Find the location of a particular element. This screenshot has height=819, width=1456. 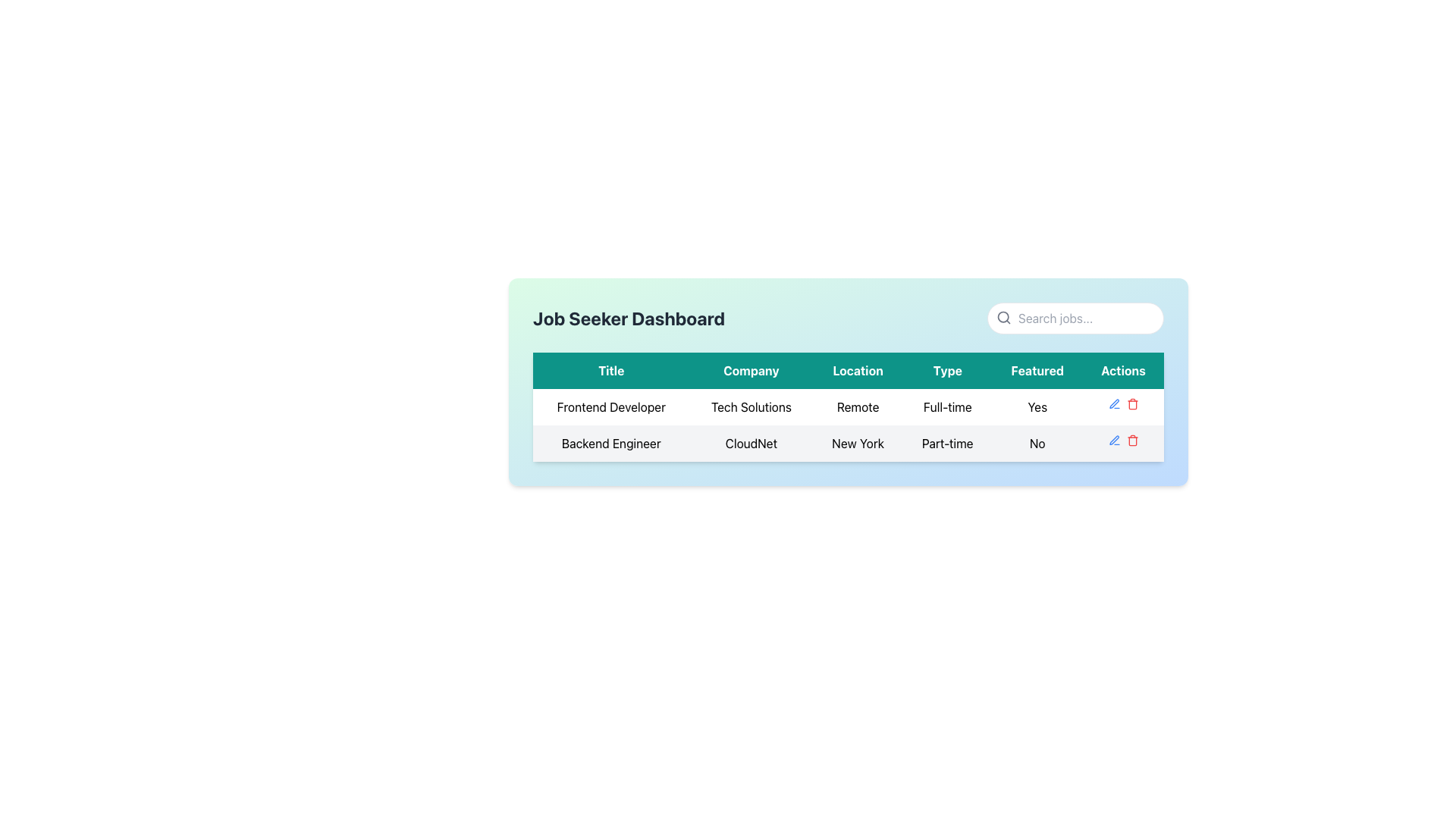

the text label reading 'Backend Engineer' located in the second row of the table, first column under 'Title' is located at coordinates (611, 444).